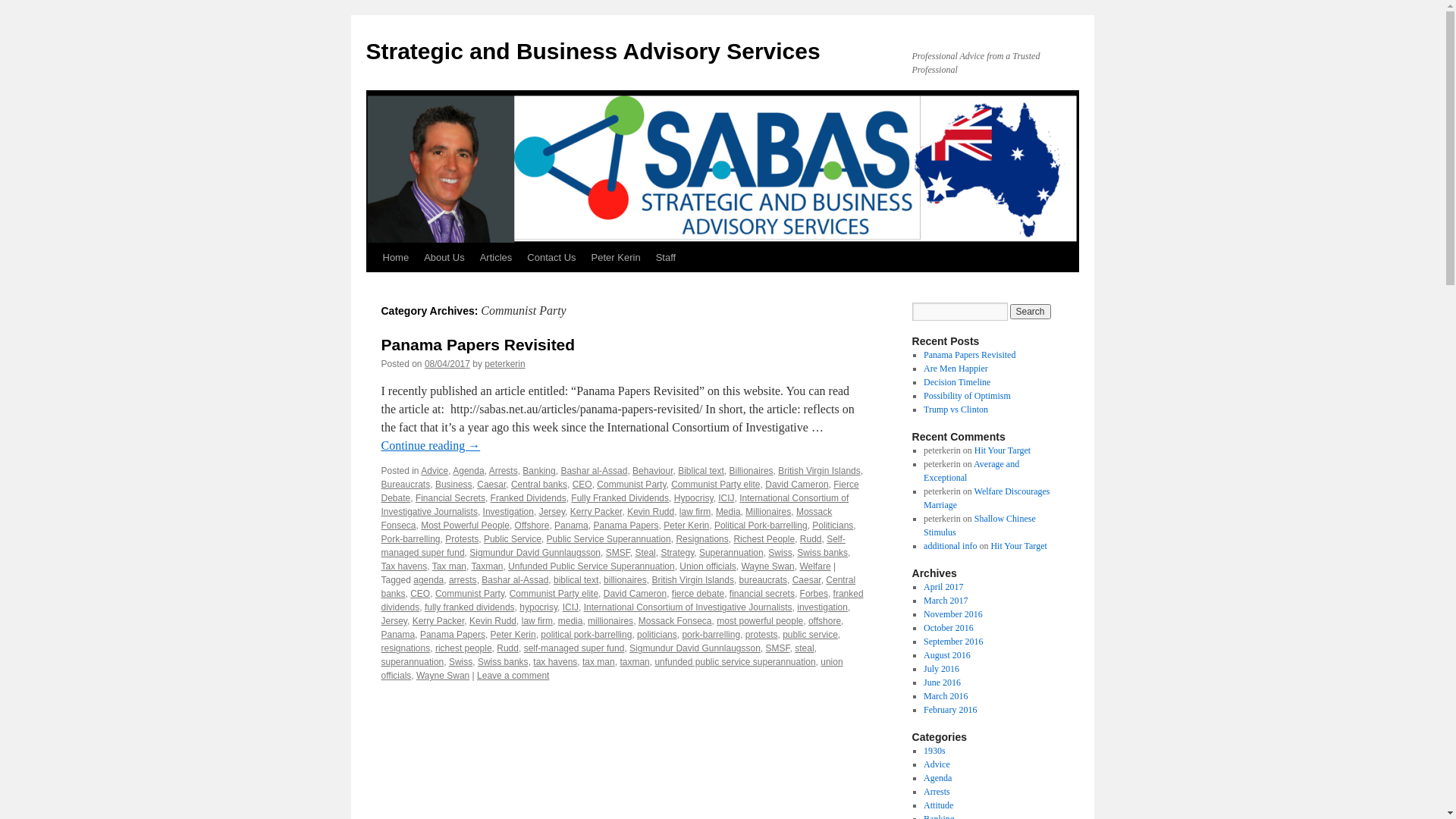  What do you see at coordinates (764, 485) in the screenshot?
I see `'David Cameron'` at bounding box center [764, 485].